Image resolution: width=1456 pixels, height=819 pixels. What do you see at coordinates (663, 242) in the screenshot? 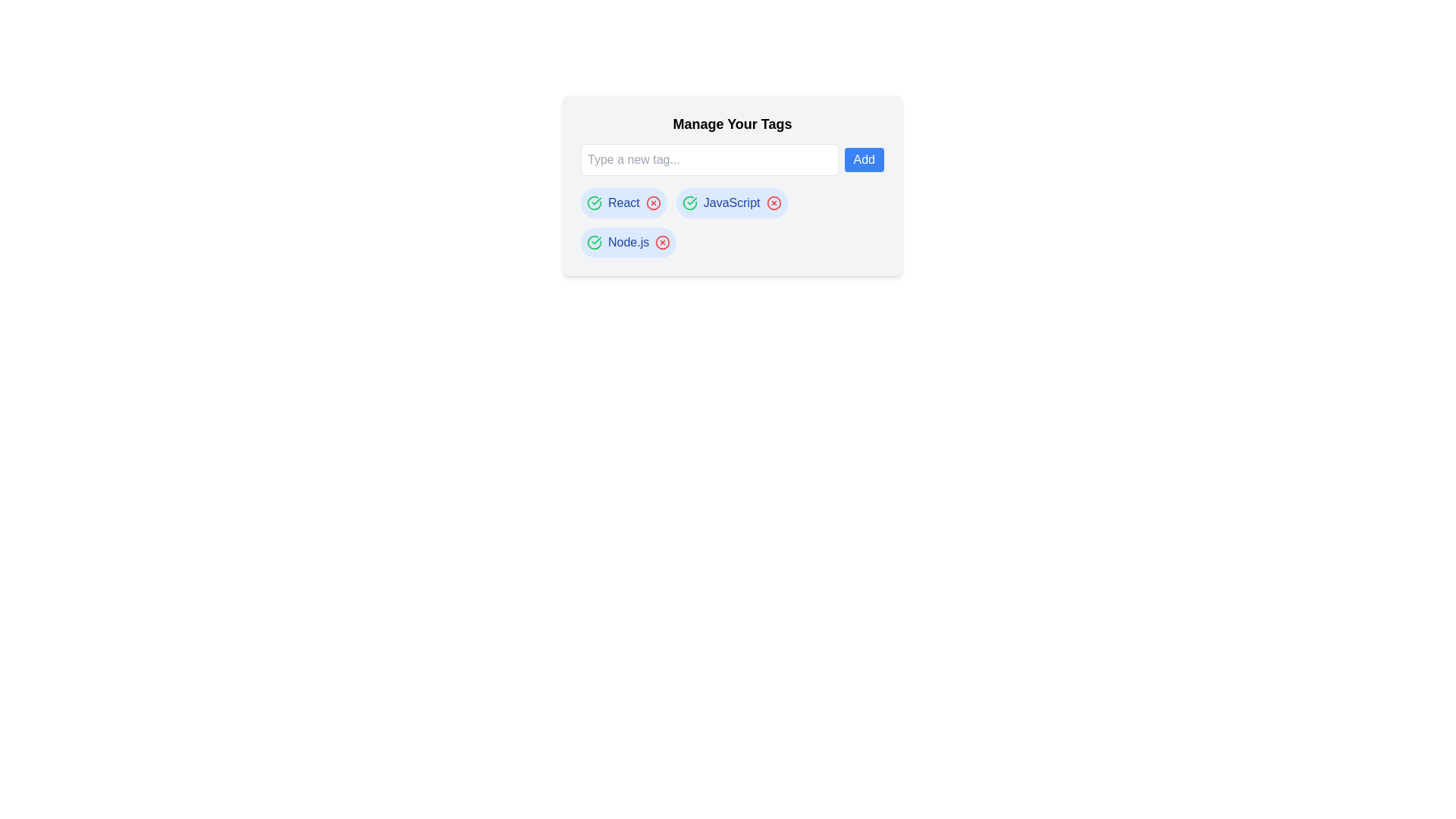
I see `red 'X' icon next to the tag labeled Node.js to remove it` at bounding box center [663, 242].